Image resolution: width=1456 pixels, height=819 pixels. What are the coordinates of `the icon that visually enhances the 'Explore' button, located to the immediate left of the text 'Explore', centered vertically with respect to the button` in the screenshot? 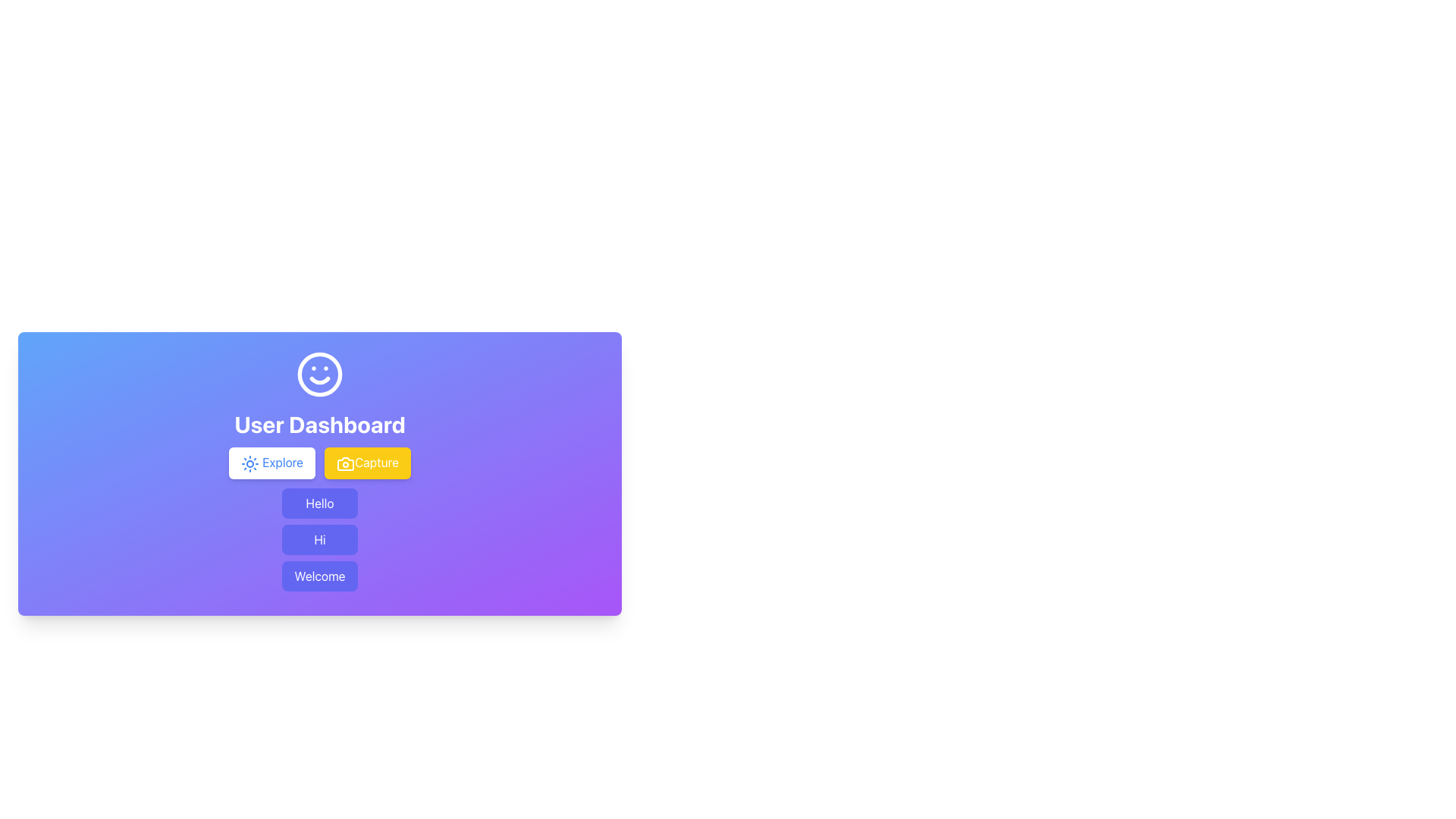 It's located at (249, 463).